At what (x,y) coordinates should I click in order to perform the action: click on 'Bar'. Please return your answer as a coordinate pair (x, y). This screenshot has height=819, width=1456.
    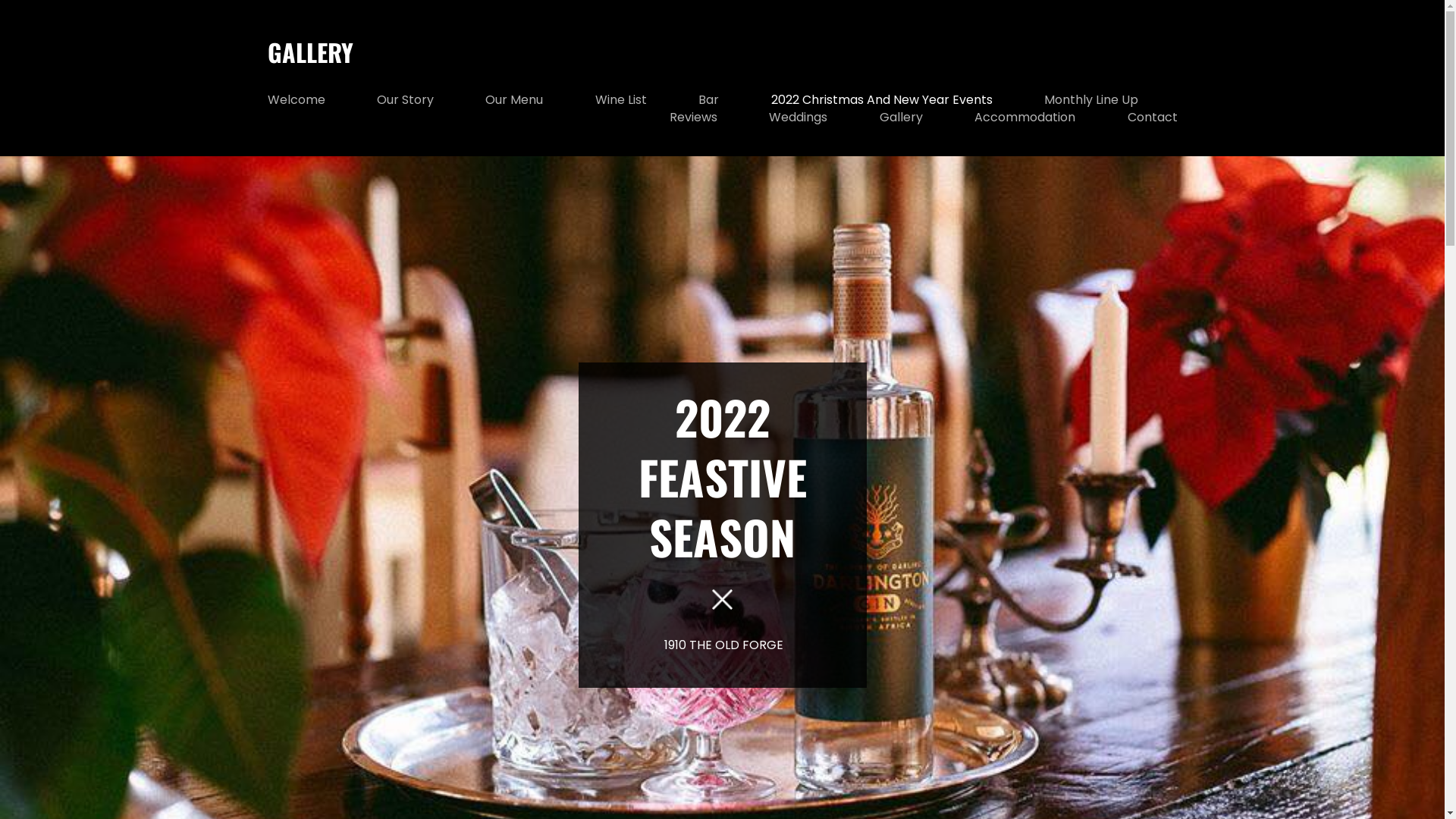
    Looking at the image, I should click on (698, 99).